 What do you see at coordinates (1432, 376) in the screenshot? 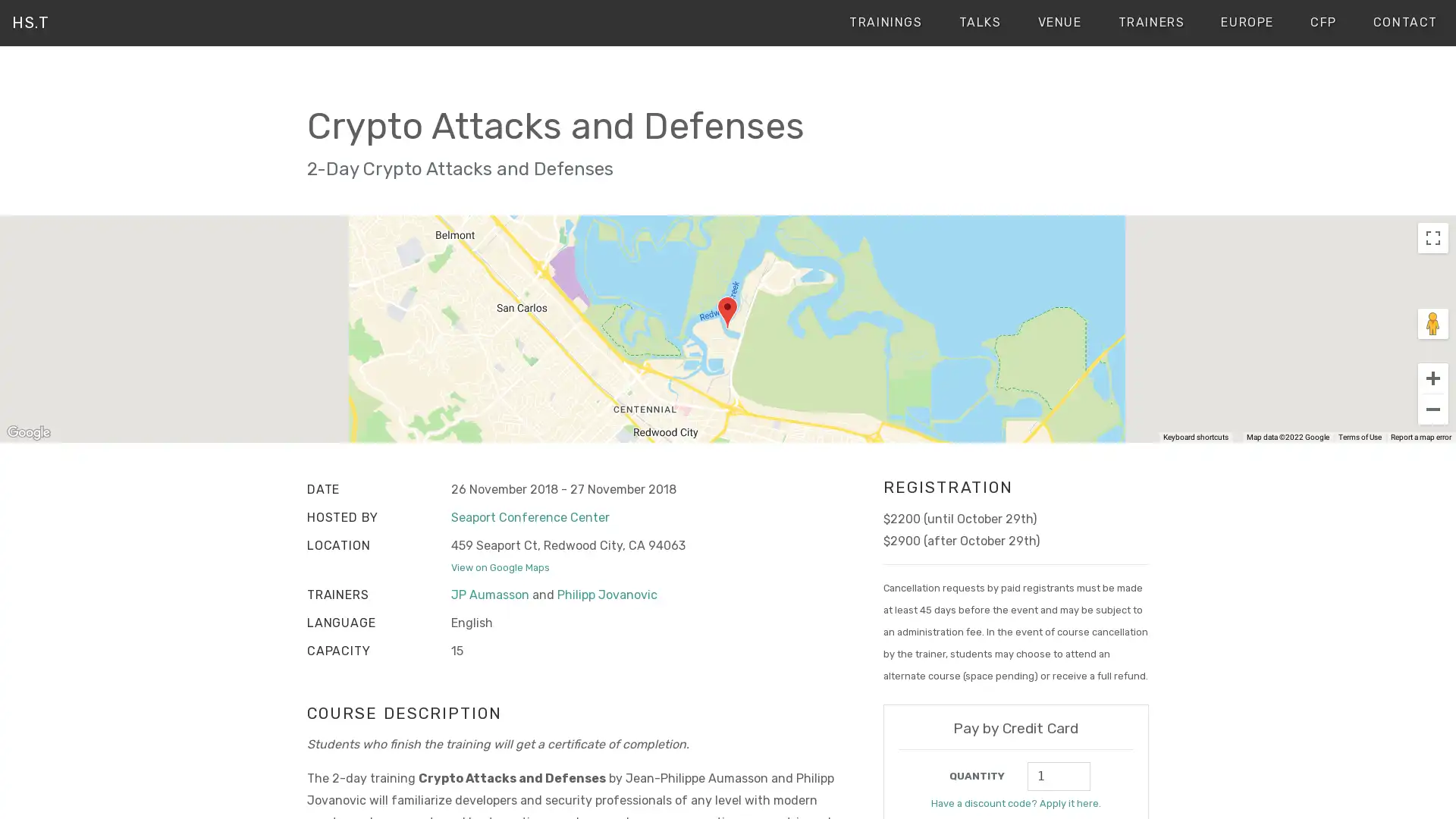
I see `Zoom in` at bounding box center [1432, 376].